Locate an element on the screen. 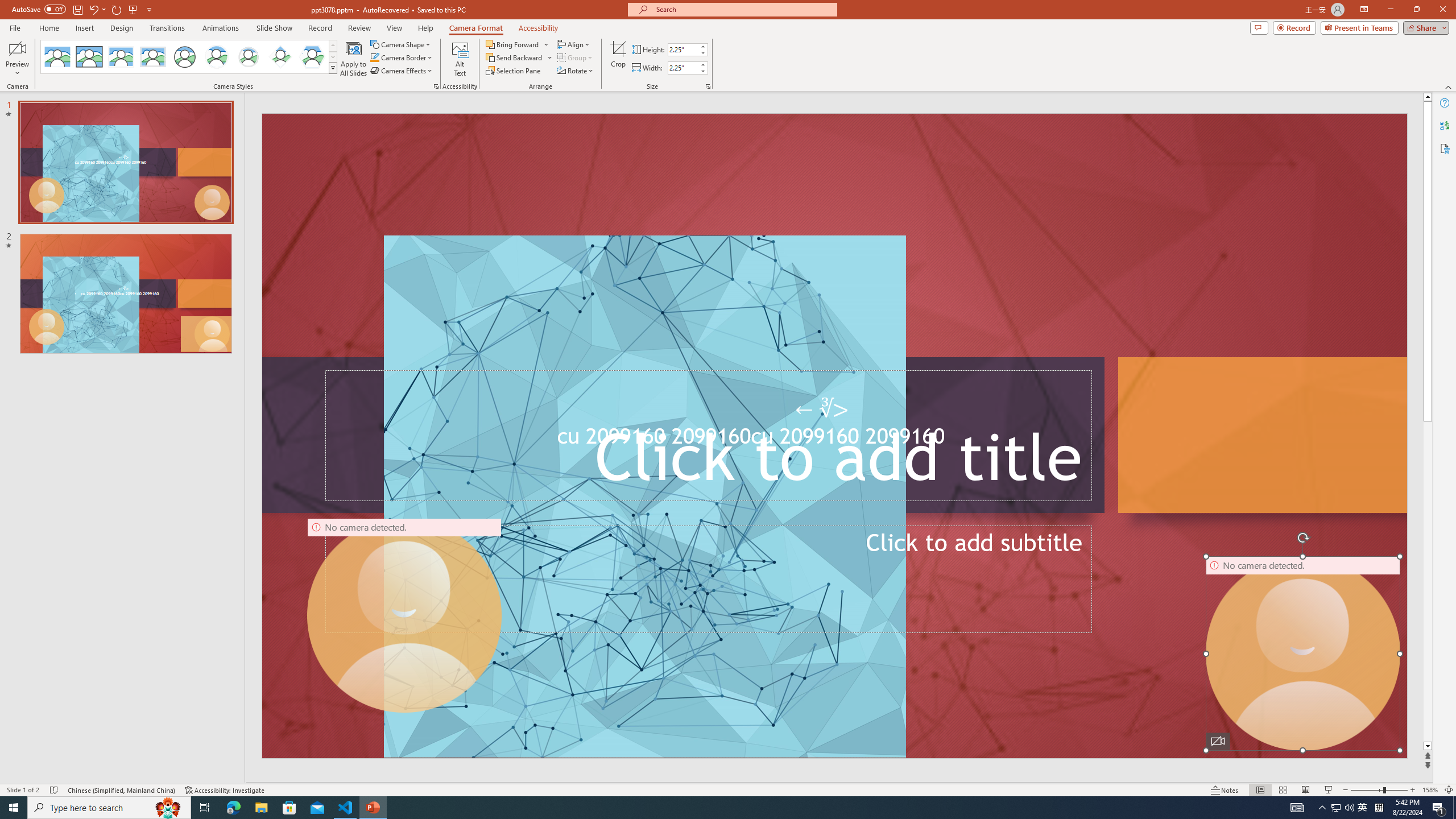 This screenshot has height=819, width=1456. 'Cameo Width' is located at coordinates (682, 67).